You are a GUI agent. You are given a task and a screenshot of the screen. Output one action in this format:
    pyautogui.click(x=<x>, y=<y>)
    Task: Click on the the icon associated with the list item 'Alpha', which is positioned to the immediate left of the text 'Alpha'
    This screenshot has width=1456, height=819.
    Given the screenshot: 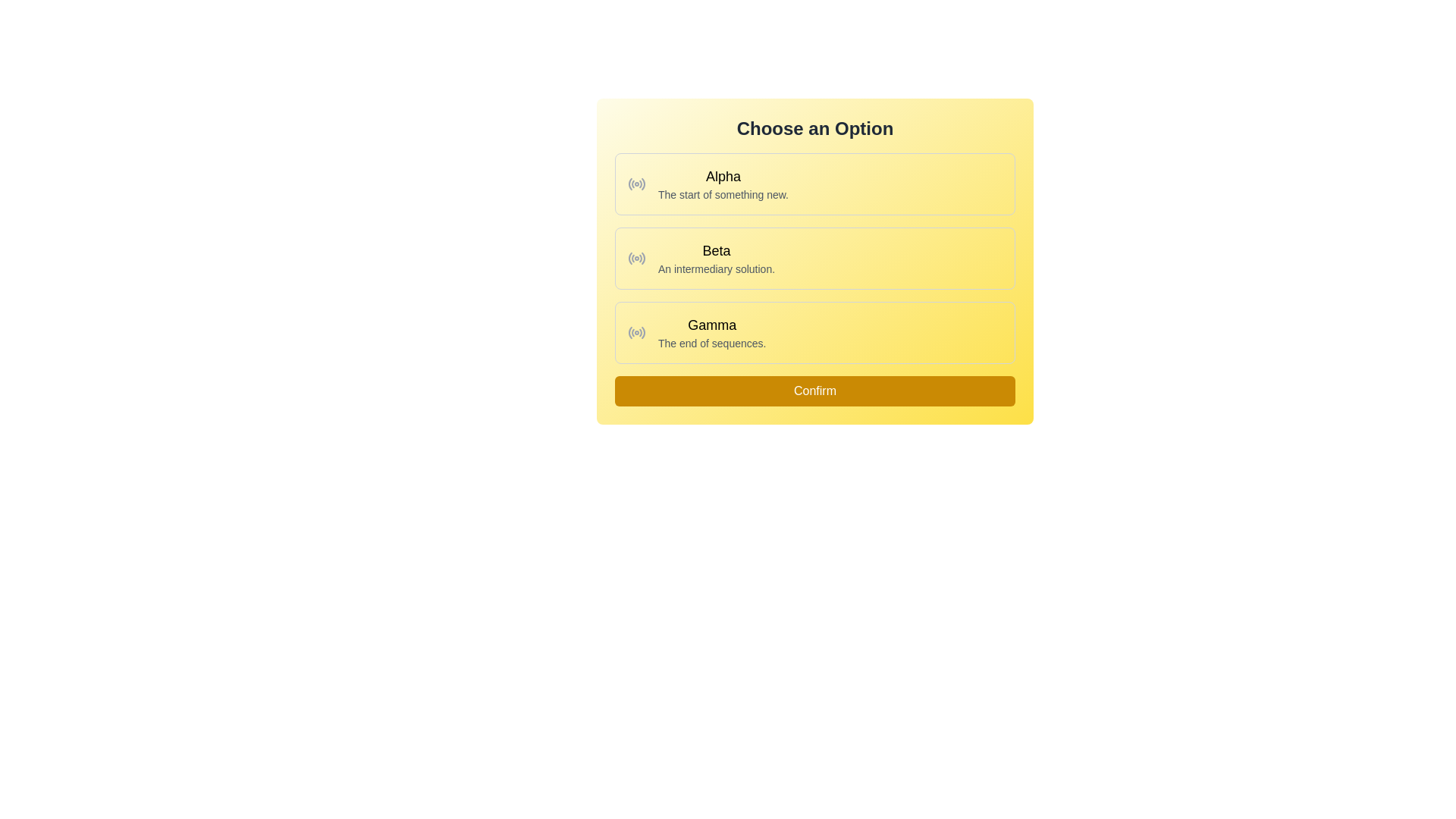 What is the action you would take?
    pyautogui.click(x=637, y=184)
    